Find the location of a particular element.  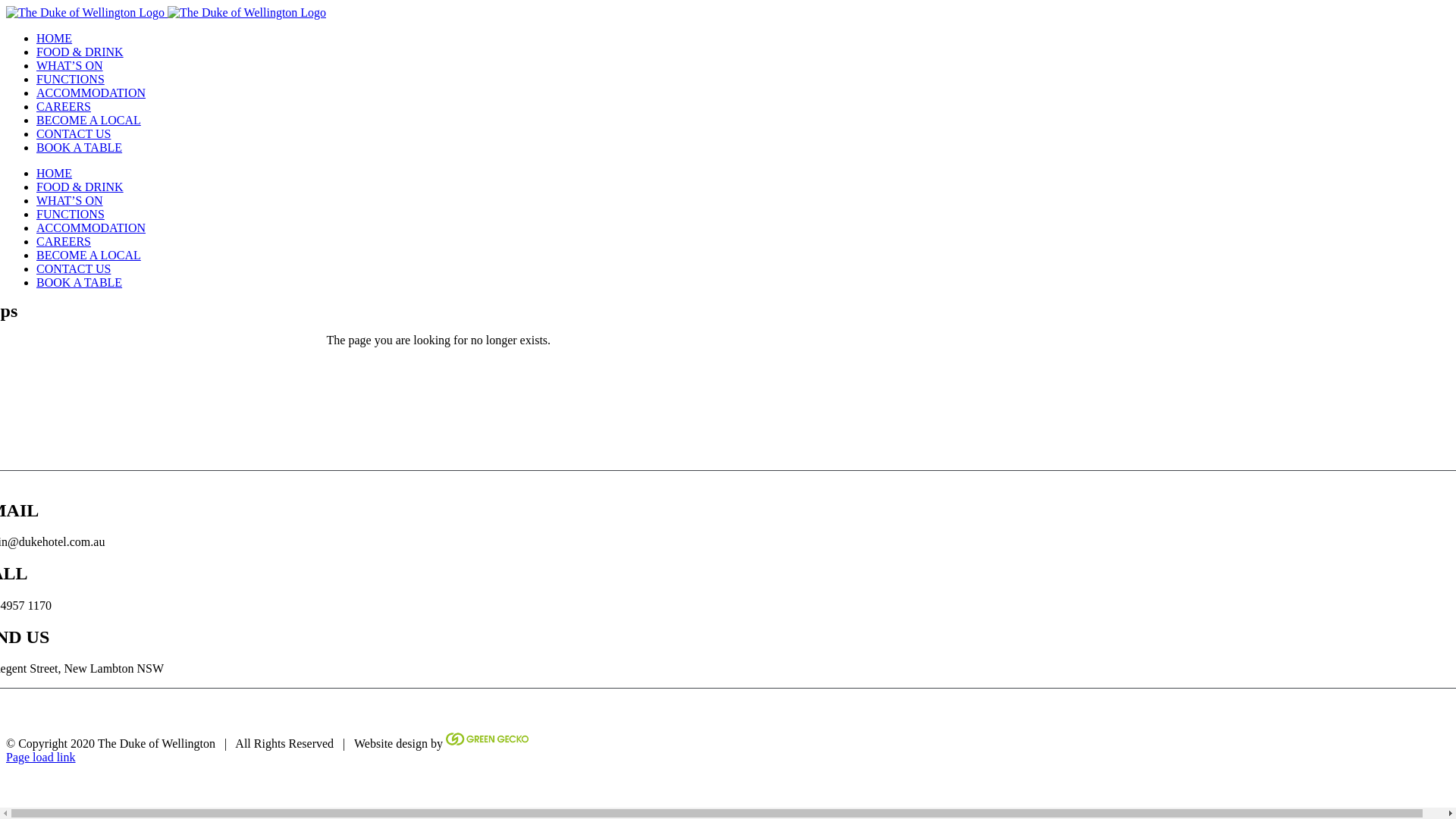

'CONTACT US' is located at coordinates (72, 268).